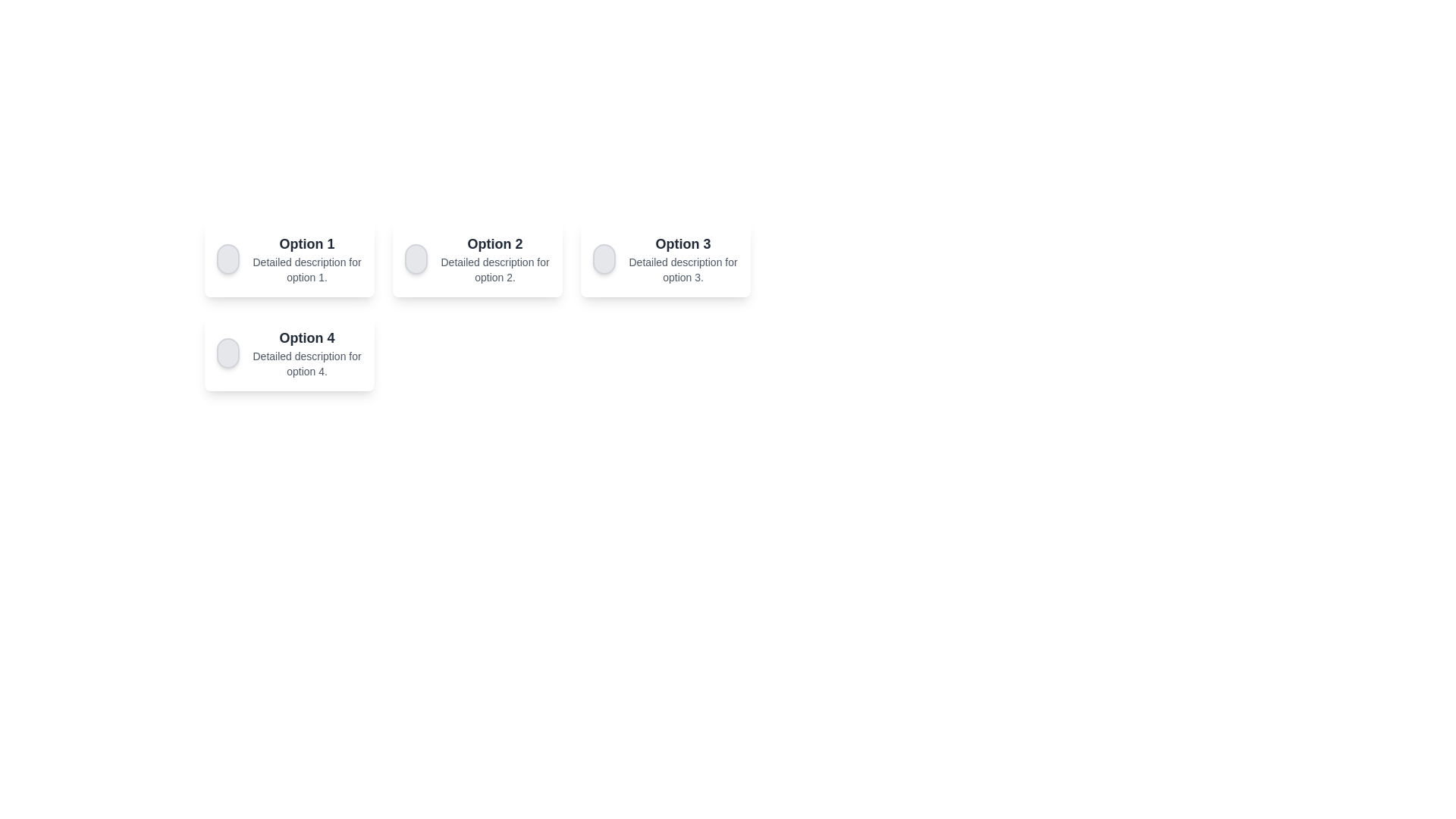  I want to click on the Header label element, which serves as the title of a selectable option in the second row of the grid layout, so click(306, 337).